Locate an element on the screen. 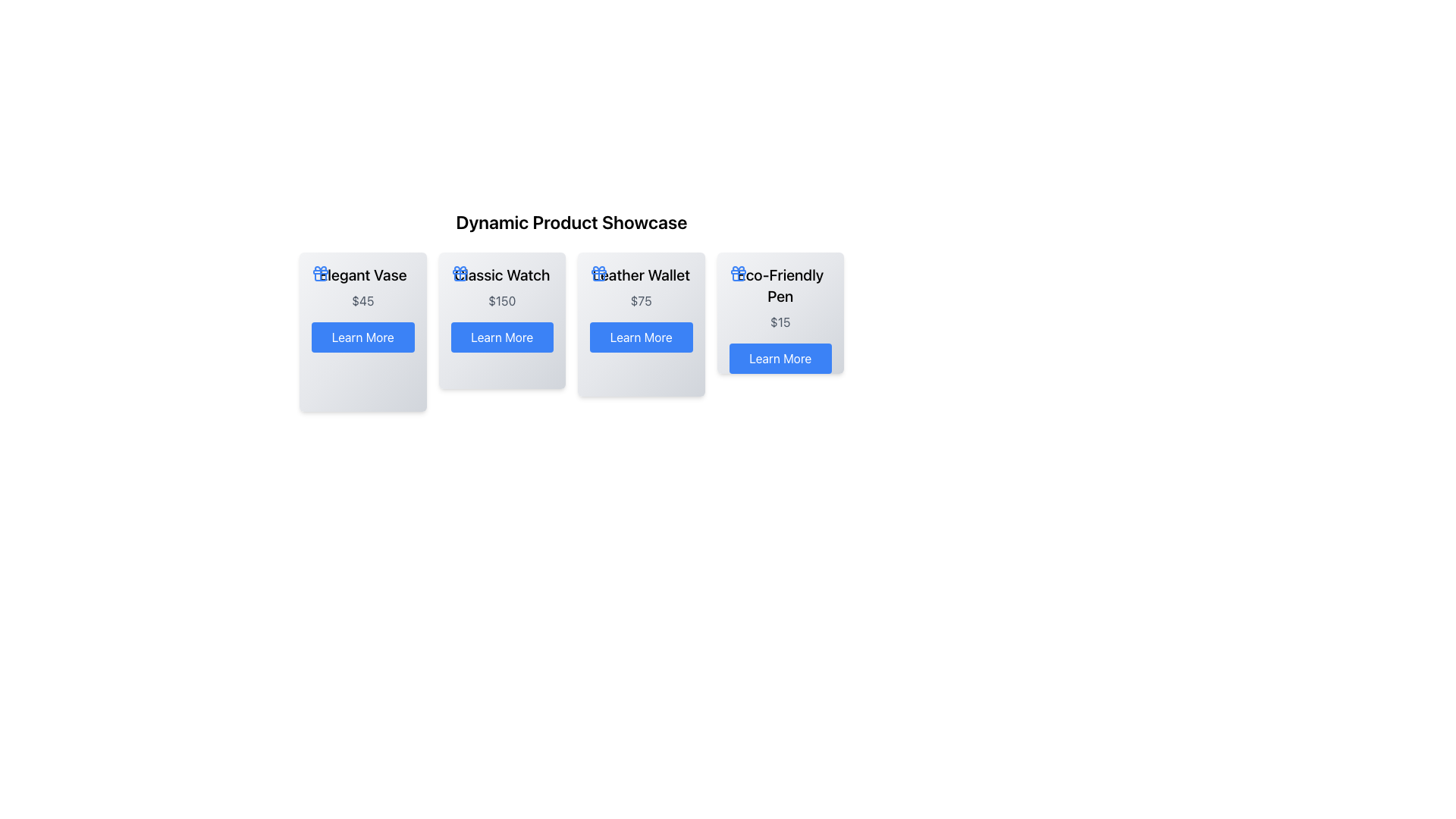 The width and height of the screenshot is (1456, 819). the giftable item icon located at the top-left corner of the 'Leather Wallet' product card, above the text 'Leather Wallet' is located at coordinates (598, 274).